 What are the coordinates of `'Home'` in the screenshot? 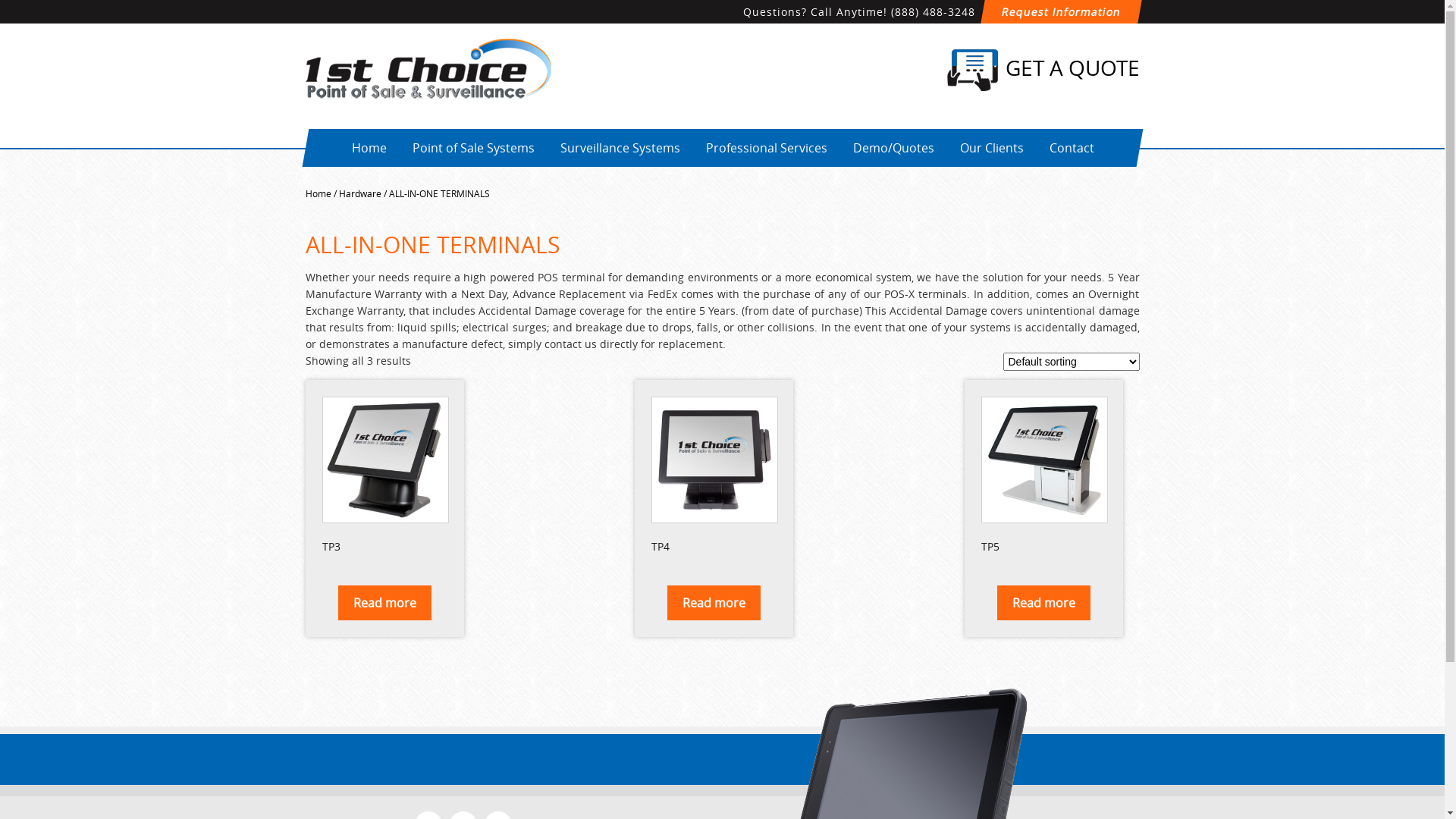 It's located at (368, 148).